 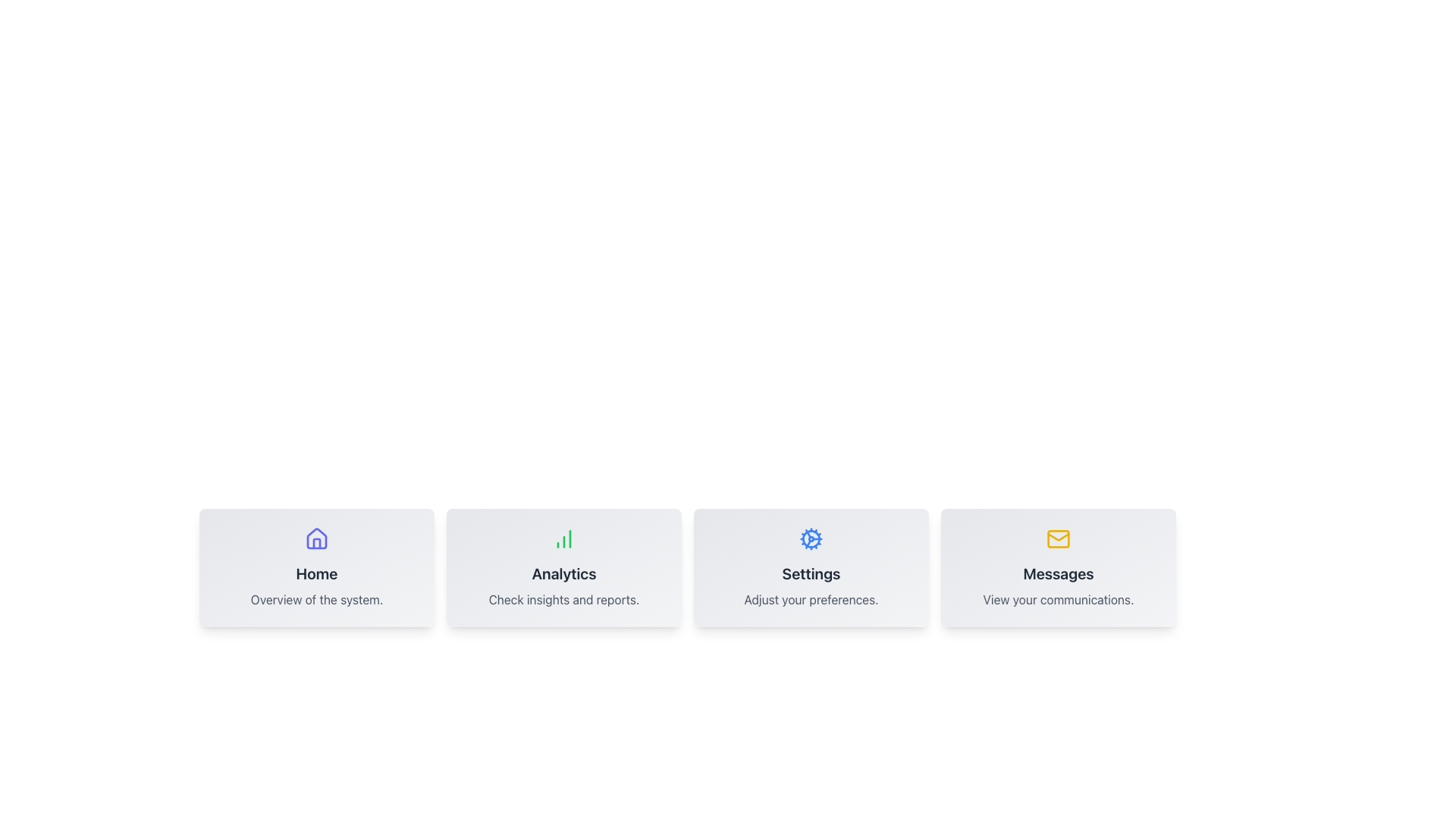 I want to click on the blue cogwheel icon located in the third card from the left under the 'Settings' label, so click(x=811, y=538).